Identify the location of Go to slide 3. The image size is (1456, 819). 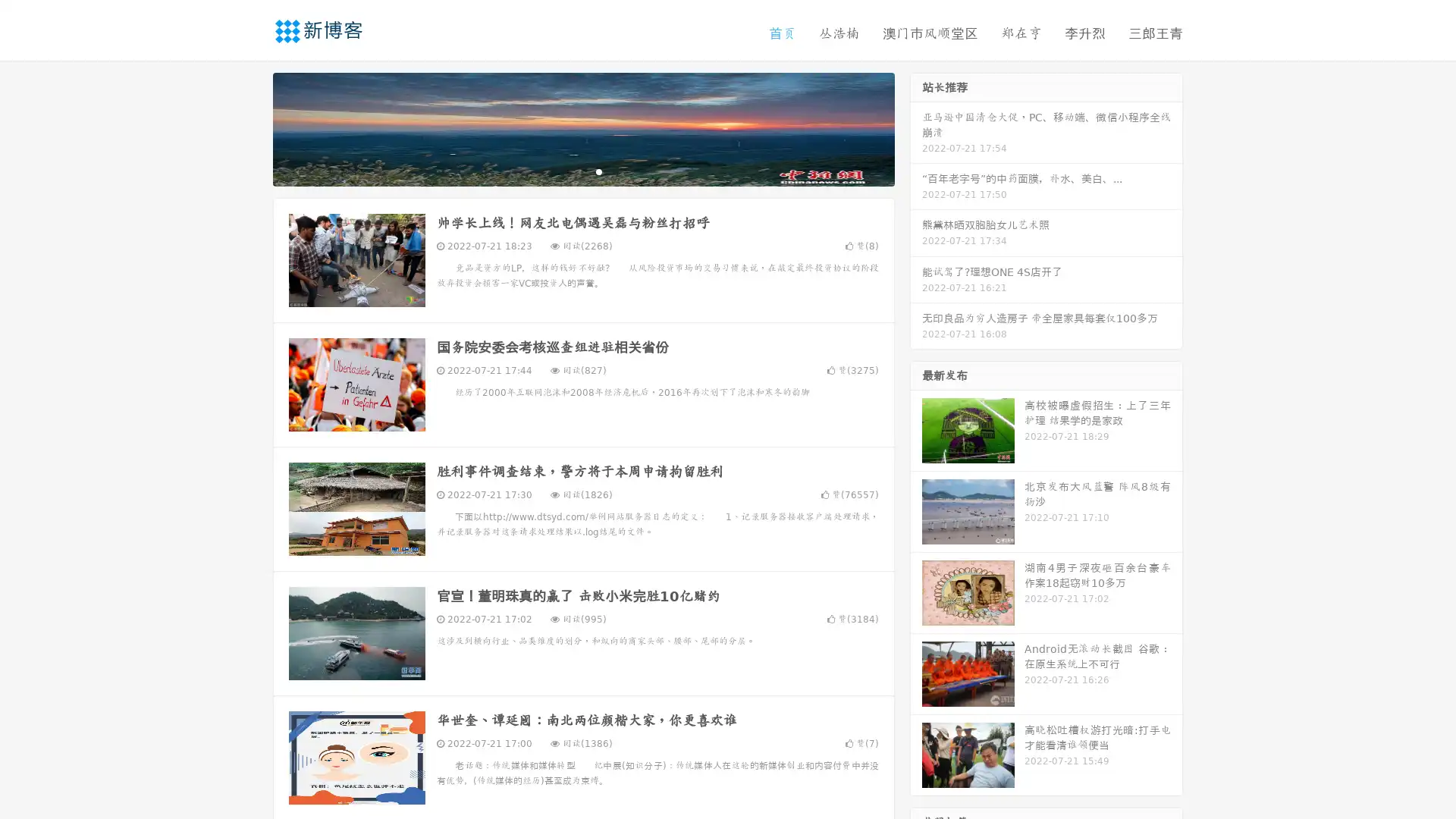
(598, 171).